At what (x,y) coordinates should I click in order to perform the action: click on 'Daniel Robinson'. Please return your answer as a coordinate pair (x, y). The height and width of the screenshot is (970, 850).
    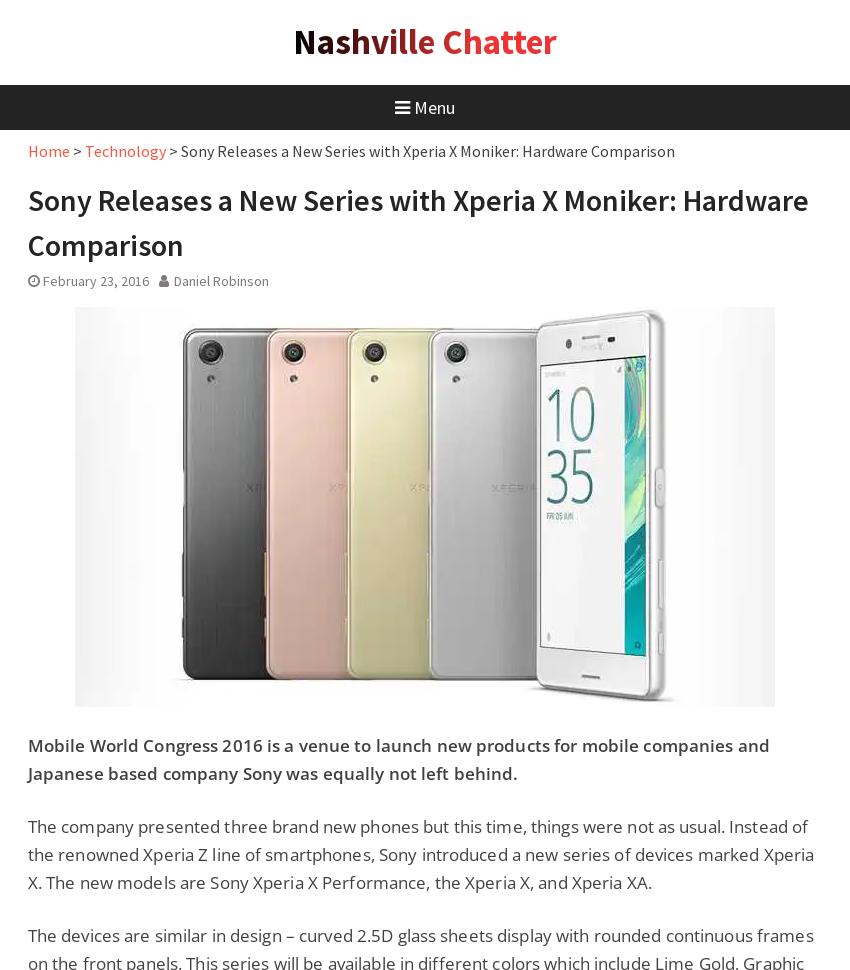
    Looking at the image, I should click on (220, 279).